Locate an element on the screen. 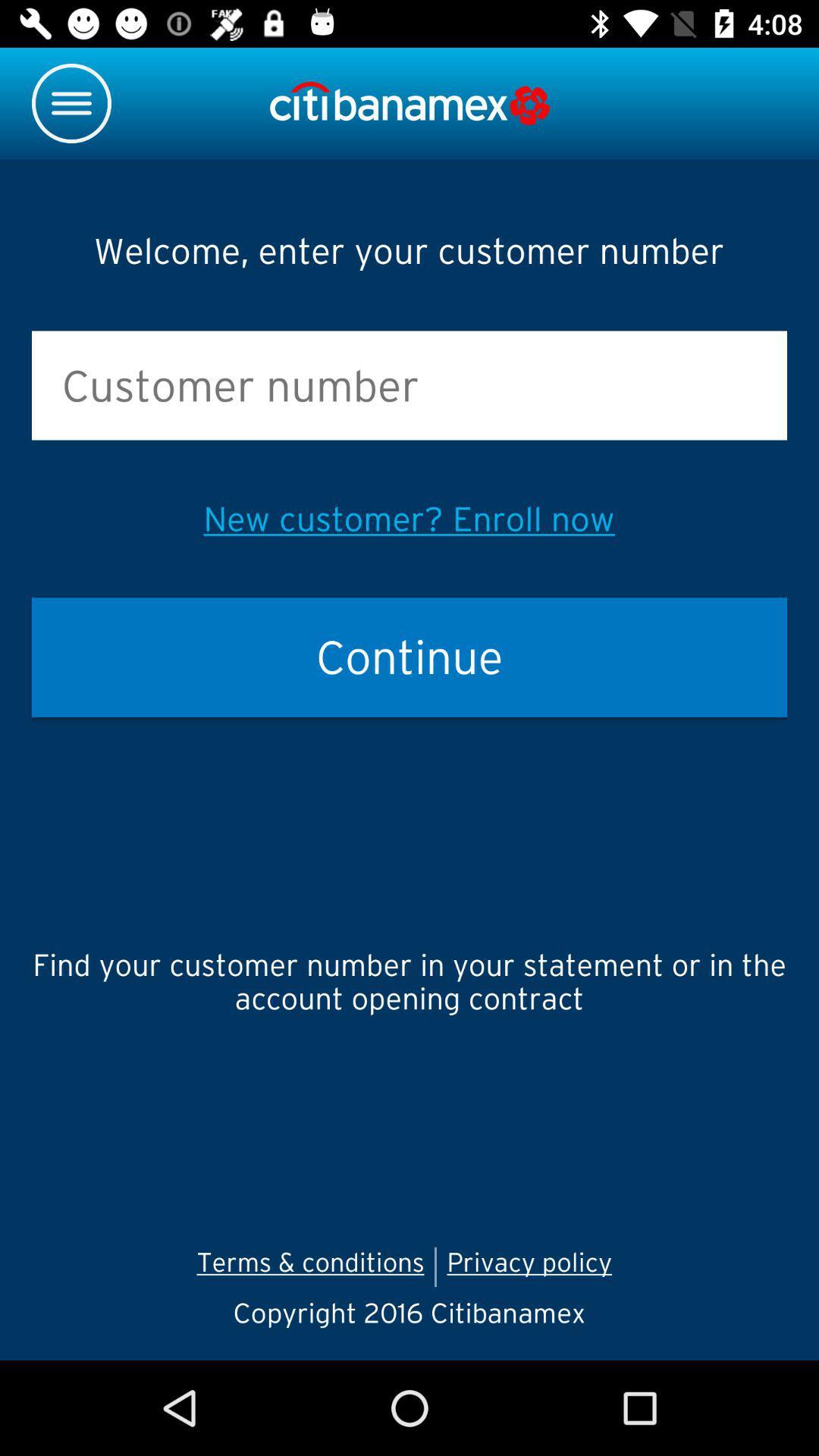 This screenshot has height=1456, width=819. input customer id is located at coordinates (409, 385).